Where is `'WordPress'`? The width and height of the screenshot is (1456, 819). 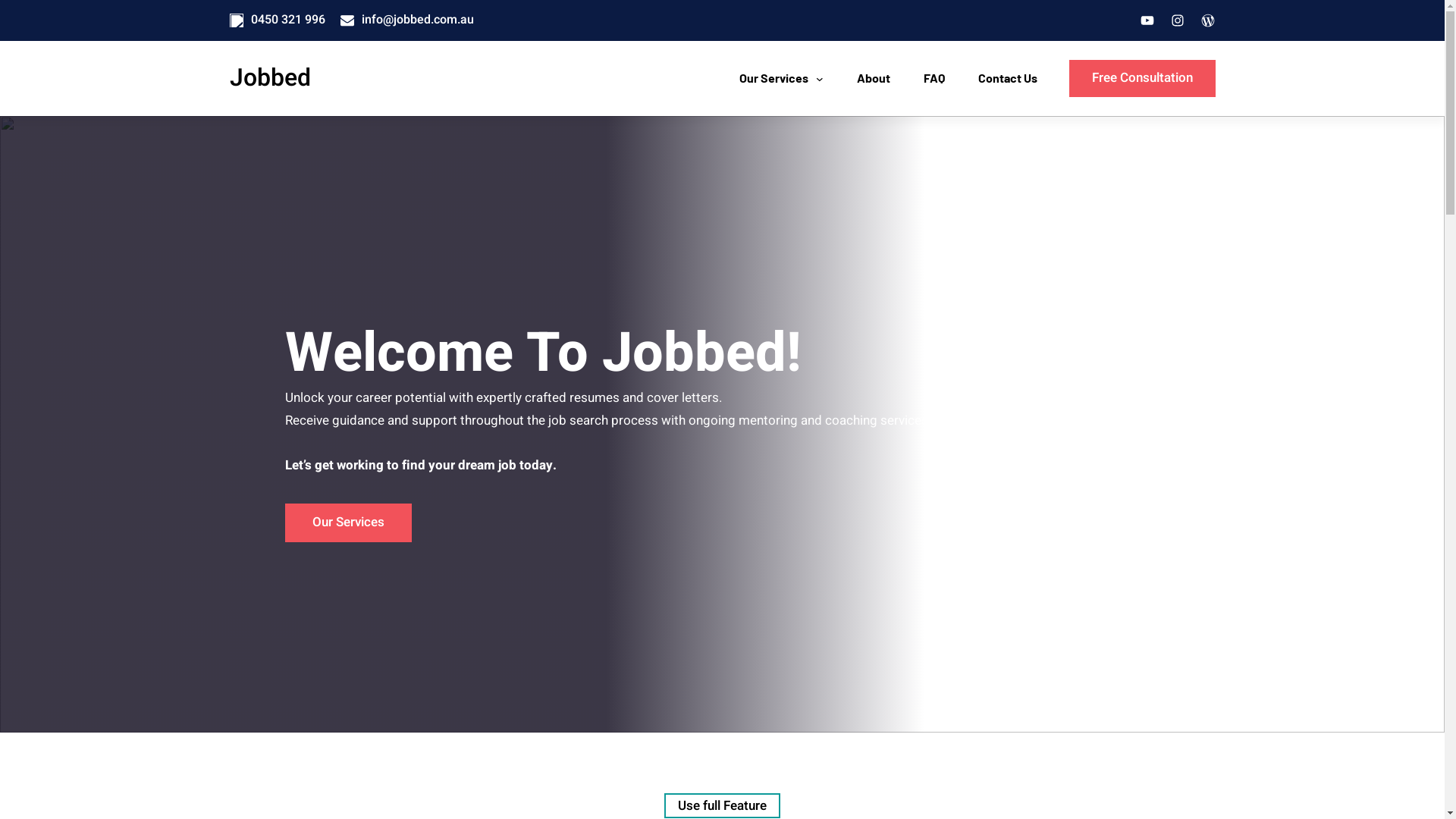 'WordPress' is located at coordinates (1207, 20).